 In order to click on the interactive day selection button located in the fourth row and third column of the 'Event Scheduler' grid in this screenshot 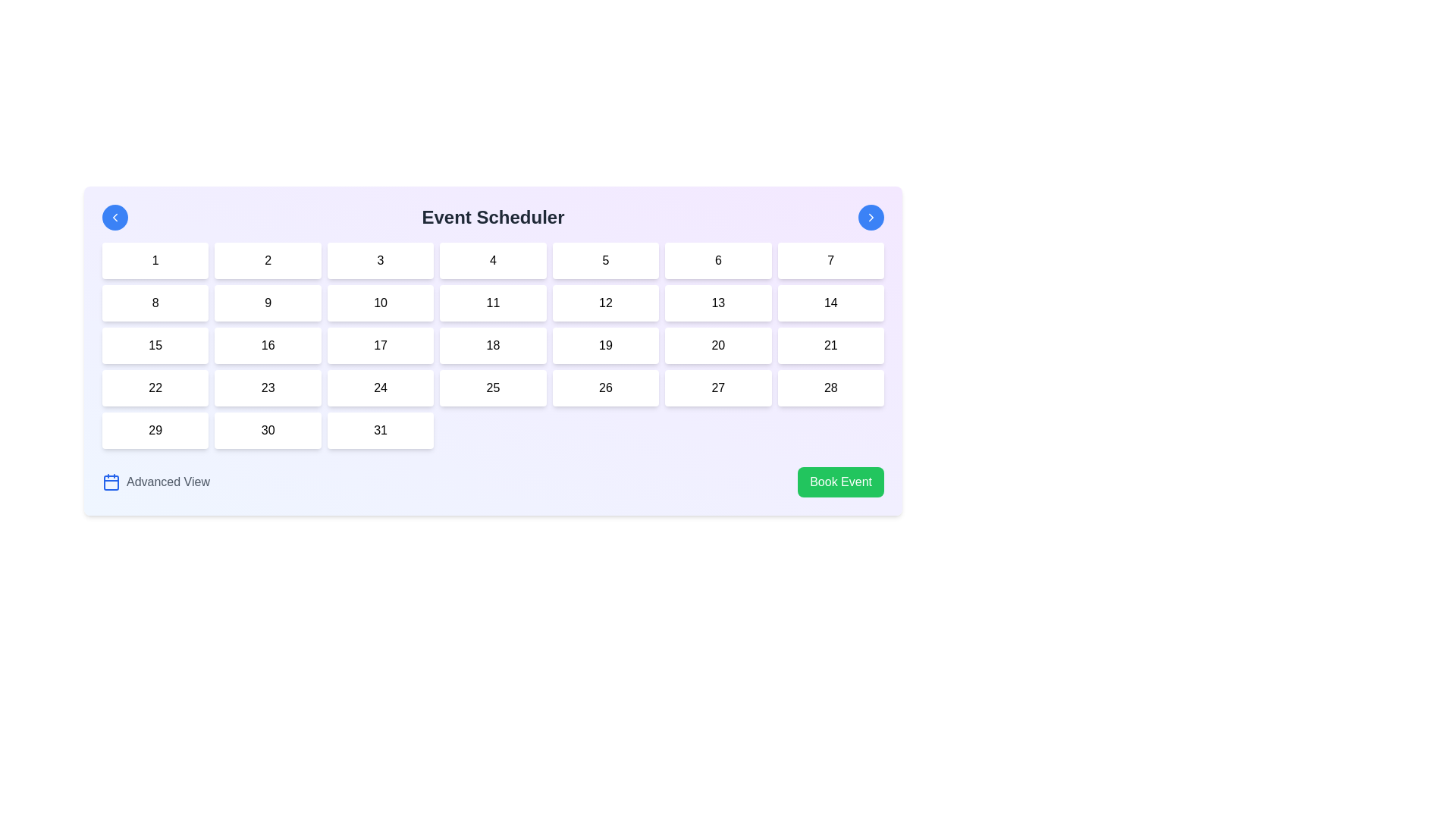, I will do `click(381, 388)`.